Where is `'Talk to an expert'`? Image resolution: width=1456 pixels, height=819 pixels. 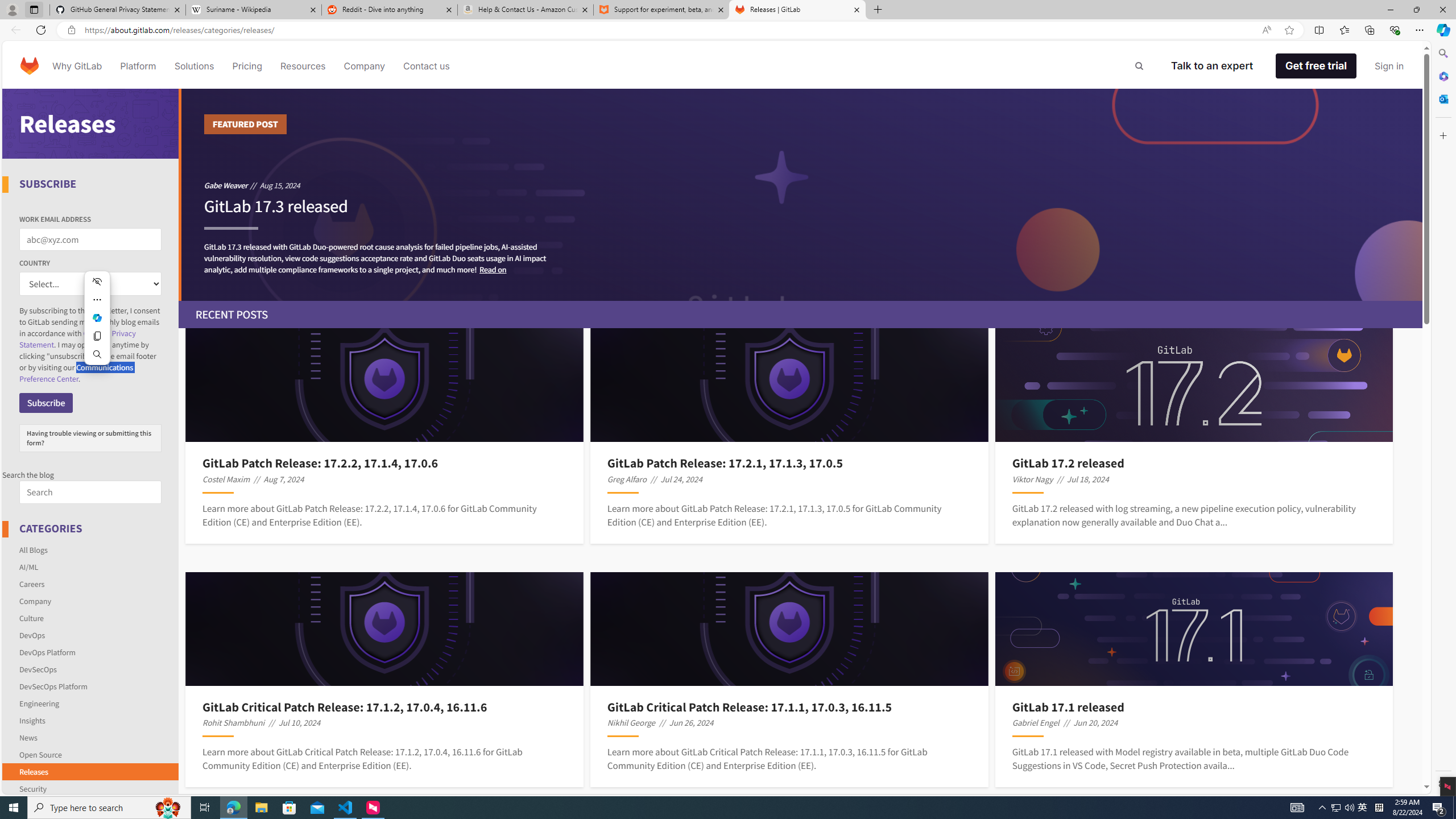 'Talk to an expert' is located at coordinates (1212, 65).